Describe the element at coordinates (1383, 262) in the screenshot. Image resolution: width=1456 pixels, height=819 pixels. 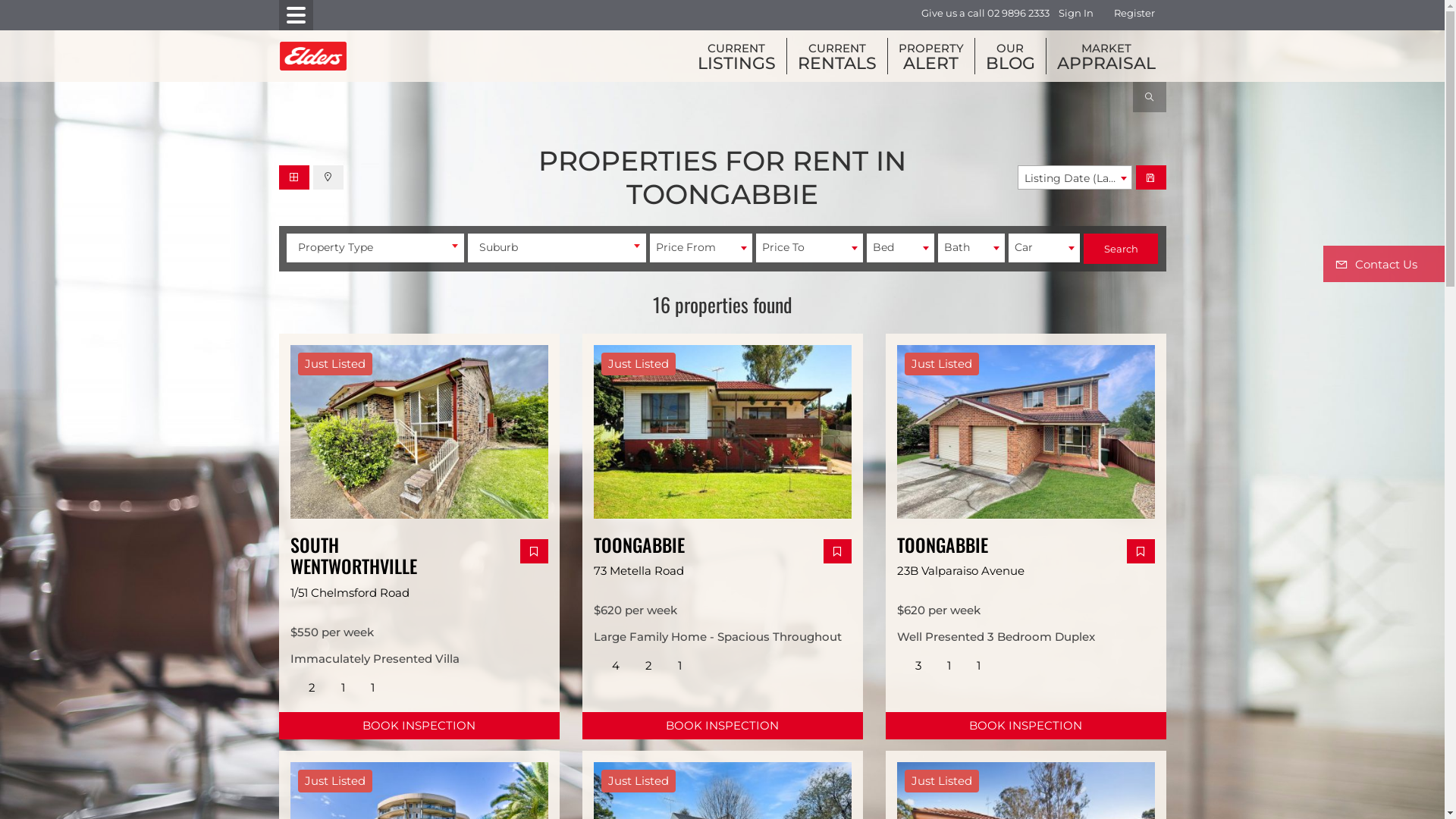
I see `'Contact Us'` at that location.